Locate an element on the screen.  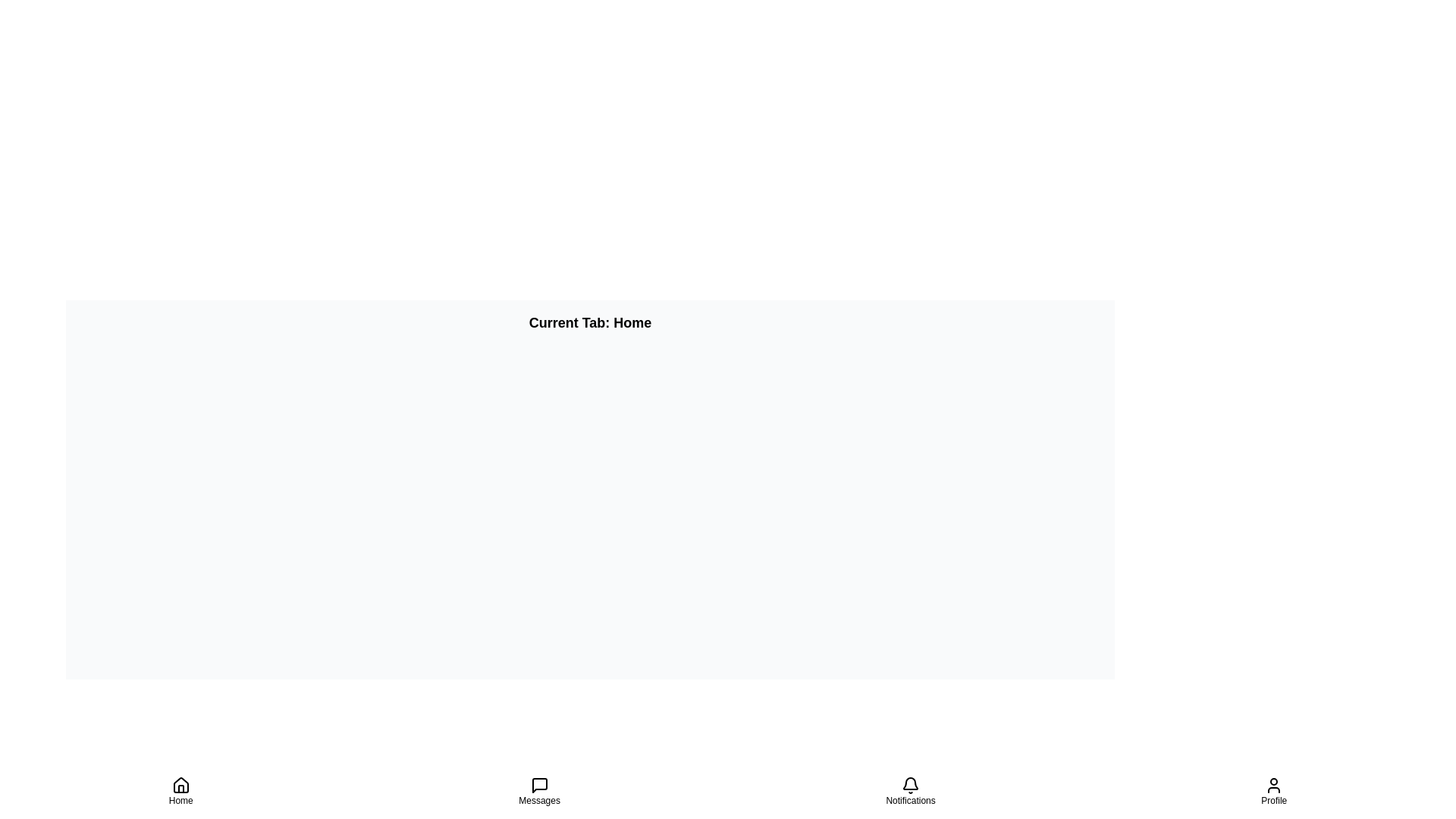
the second button in the bottom navigation bar is located at coordinates (539, 791).